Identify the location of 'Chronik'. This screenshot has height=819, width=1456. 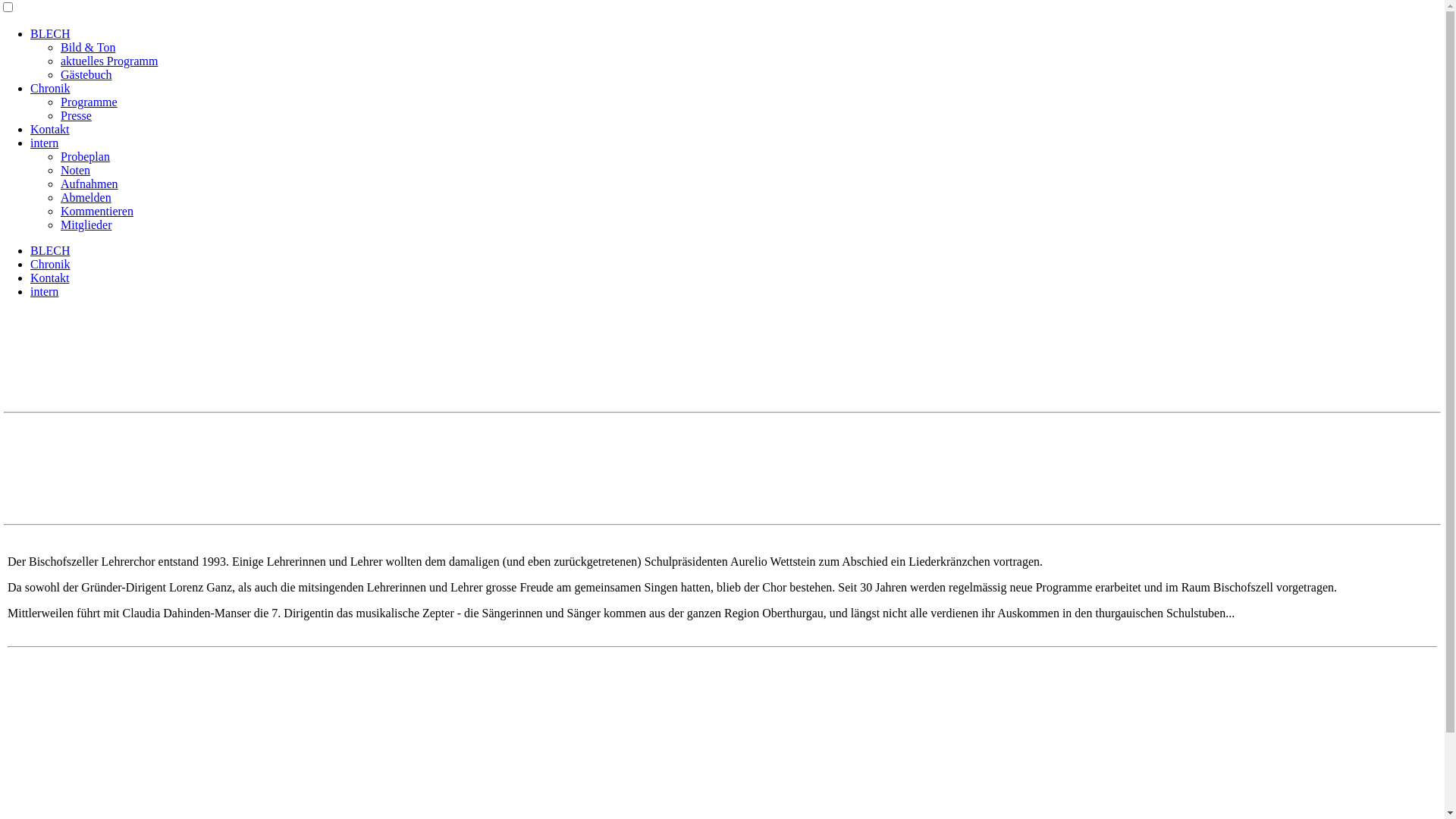
(50, 88).